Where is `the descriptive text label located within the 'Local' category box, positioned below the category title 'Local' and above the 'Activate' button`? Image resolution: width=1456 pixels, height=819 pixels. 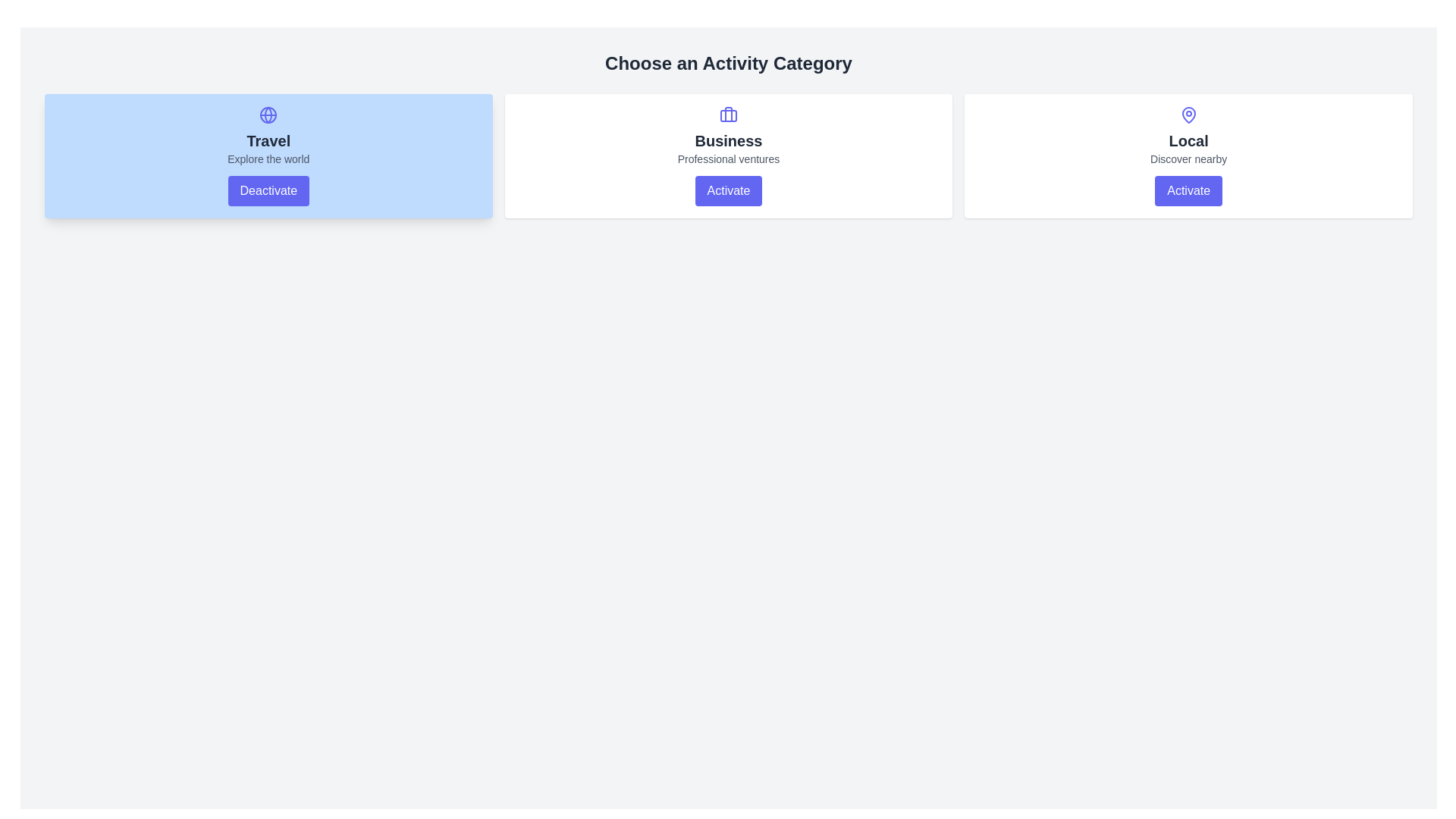
the descriptive text label located within the 'Local' category box, positioned below the category title 'Local' and above the 'Activate' button is located at coordinates (1188, 158).